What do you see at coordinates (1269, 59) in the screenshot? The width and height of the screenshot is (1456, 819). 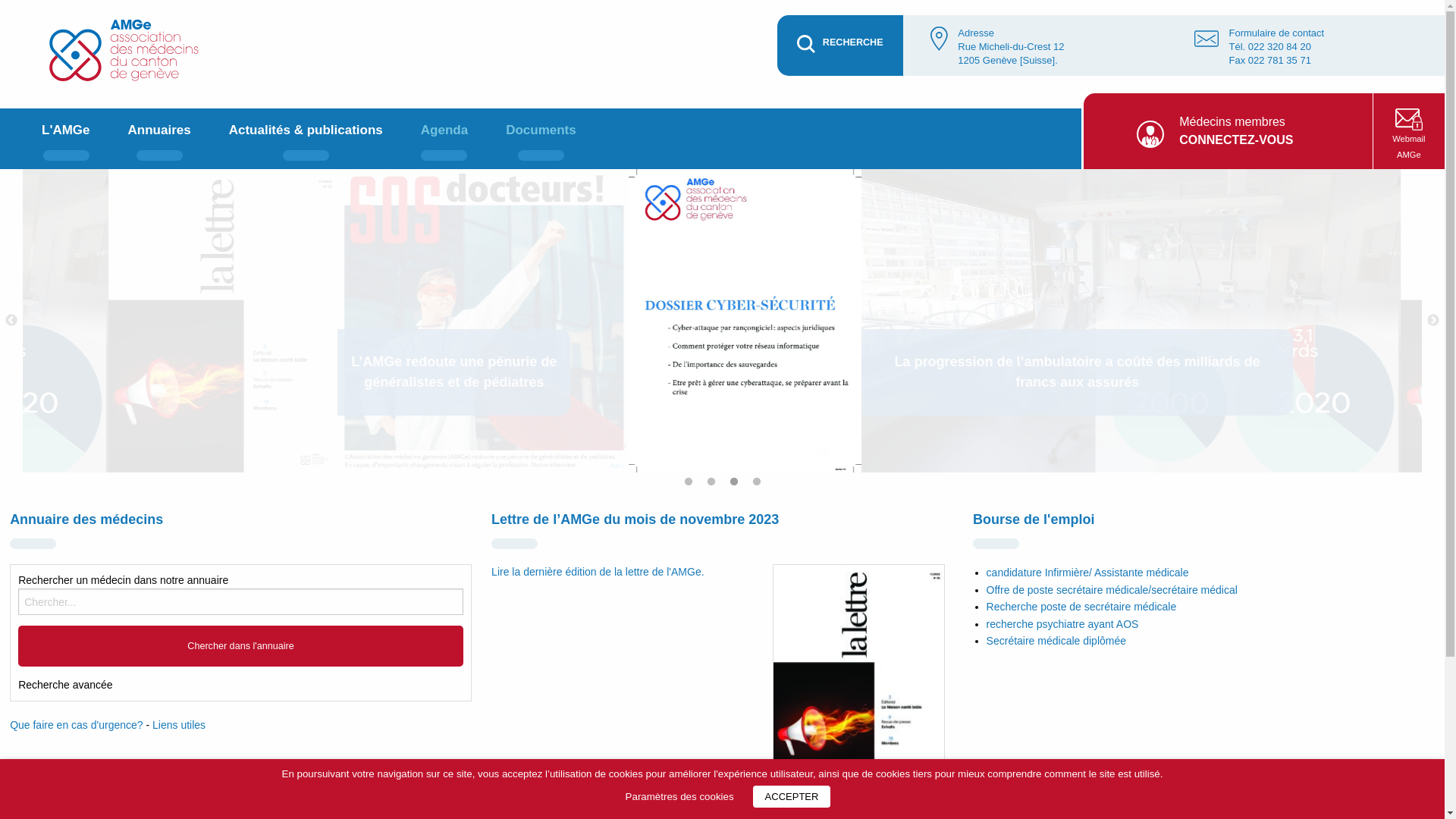 I see `'Fax 022 781 35 71'` at bounding box center [1269, 59].